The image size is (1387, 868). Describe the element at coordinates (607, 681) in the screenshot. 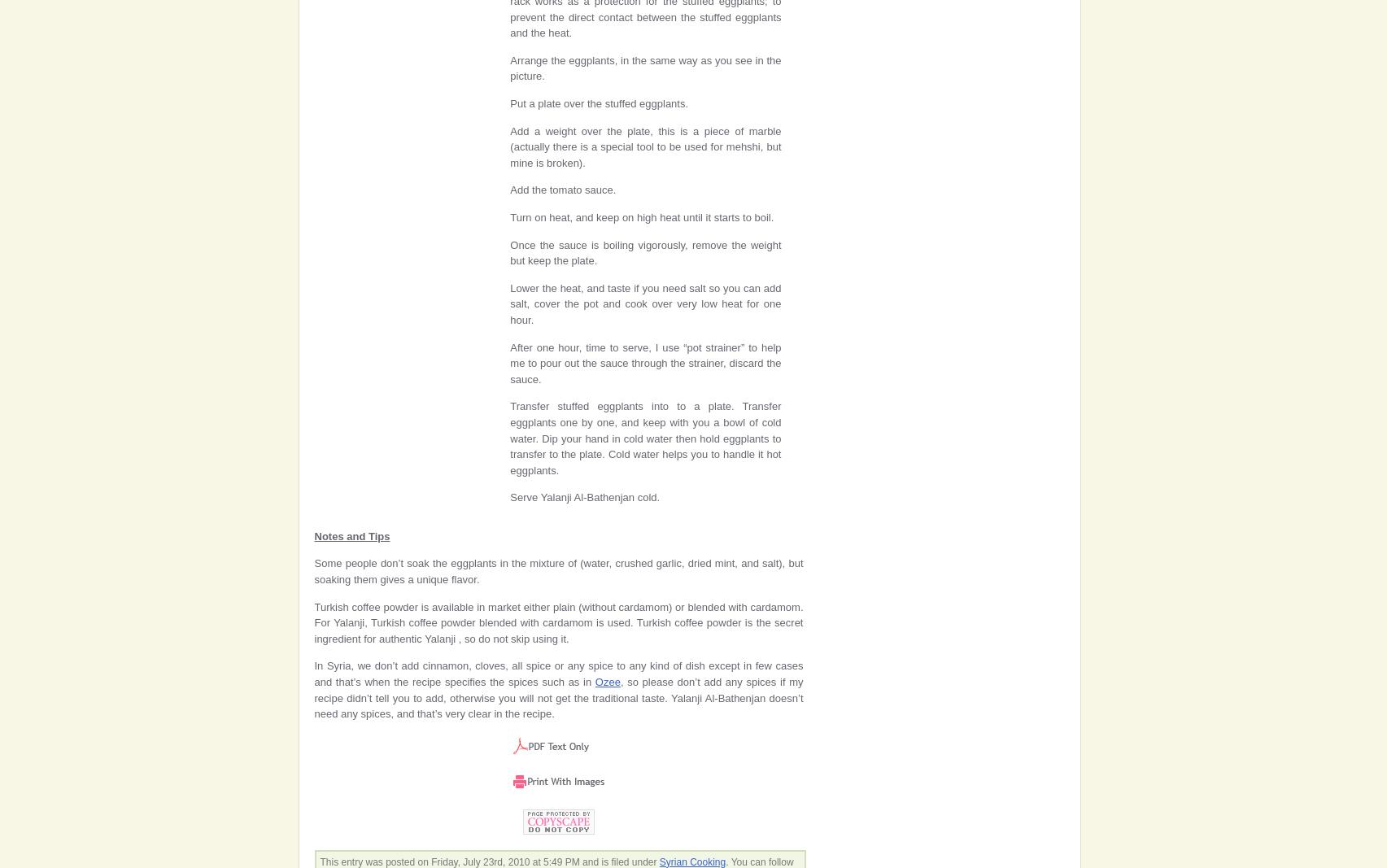

I see `'Ozee'` at that location.